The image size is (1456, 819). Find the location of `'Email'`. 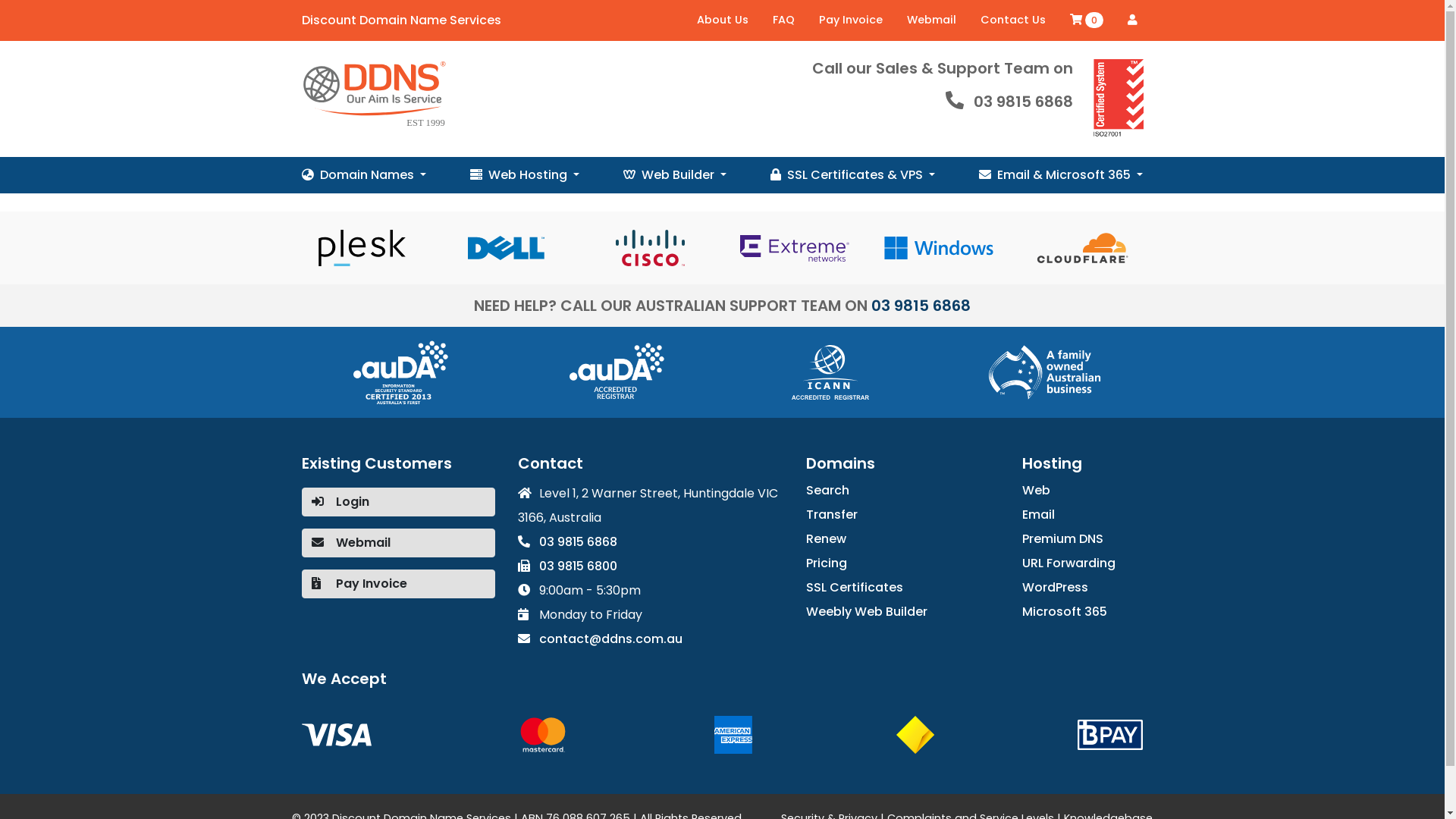

'Email' is located at coordinates (1081, 513).